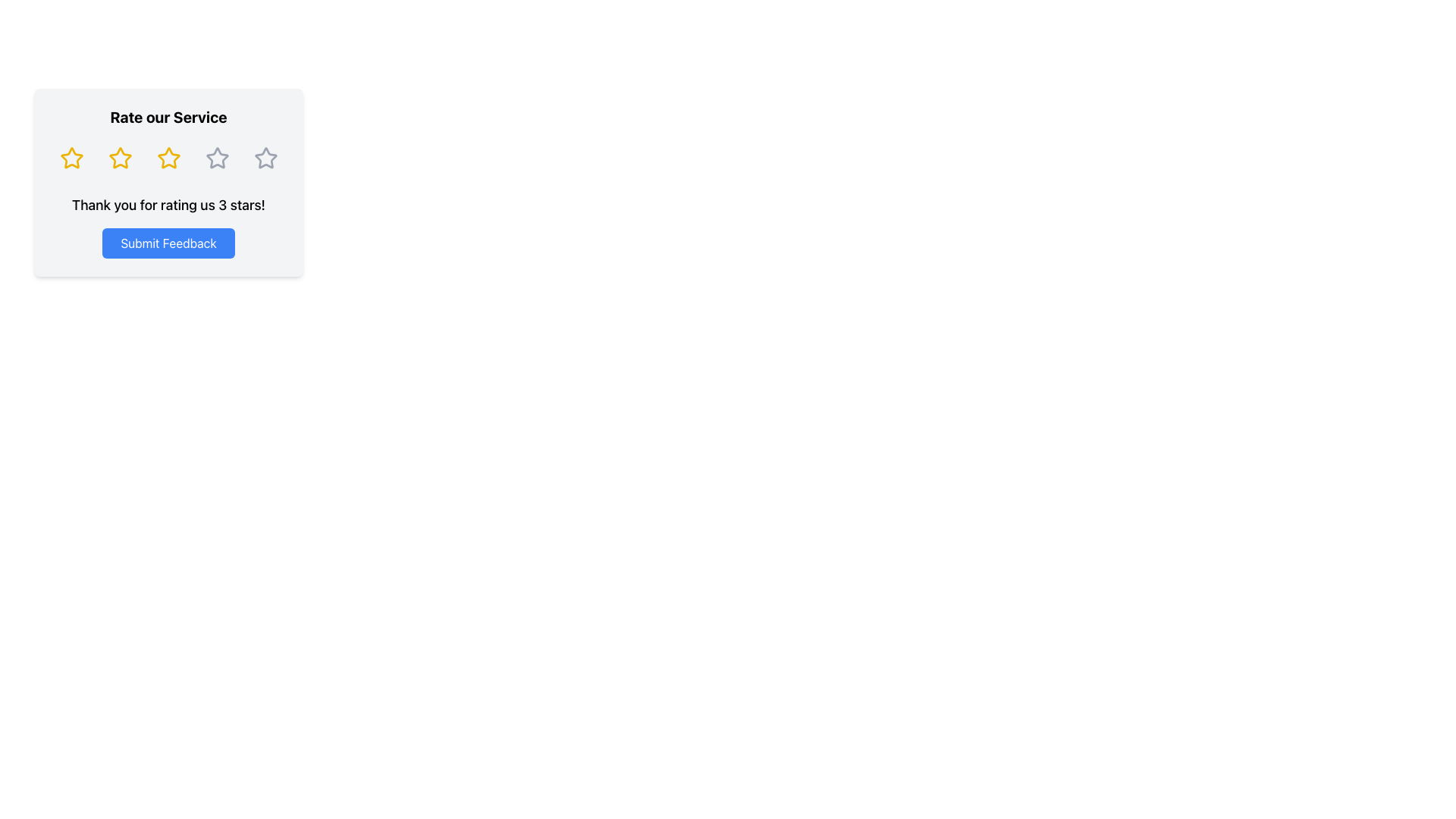  What do you see at coordinates (119, 158) in the screenshot?
I see `the second star-shaped rating icon with a yellow border` at bounding box center [119, 158].